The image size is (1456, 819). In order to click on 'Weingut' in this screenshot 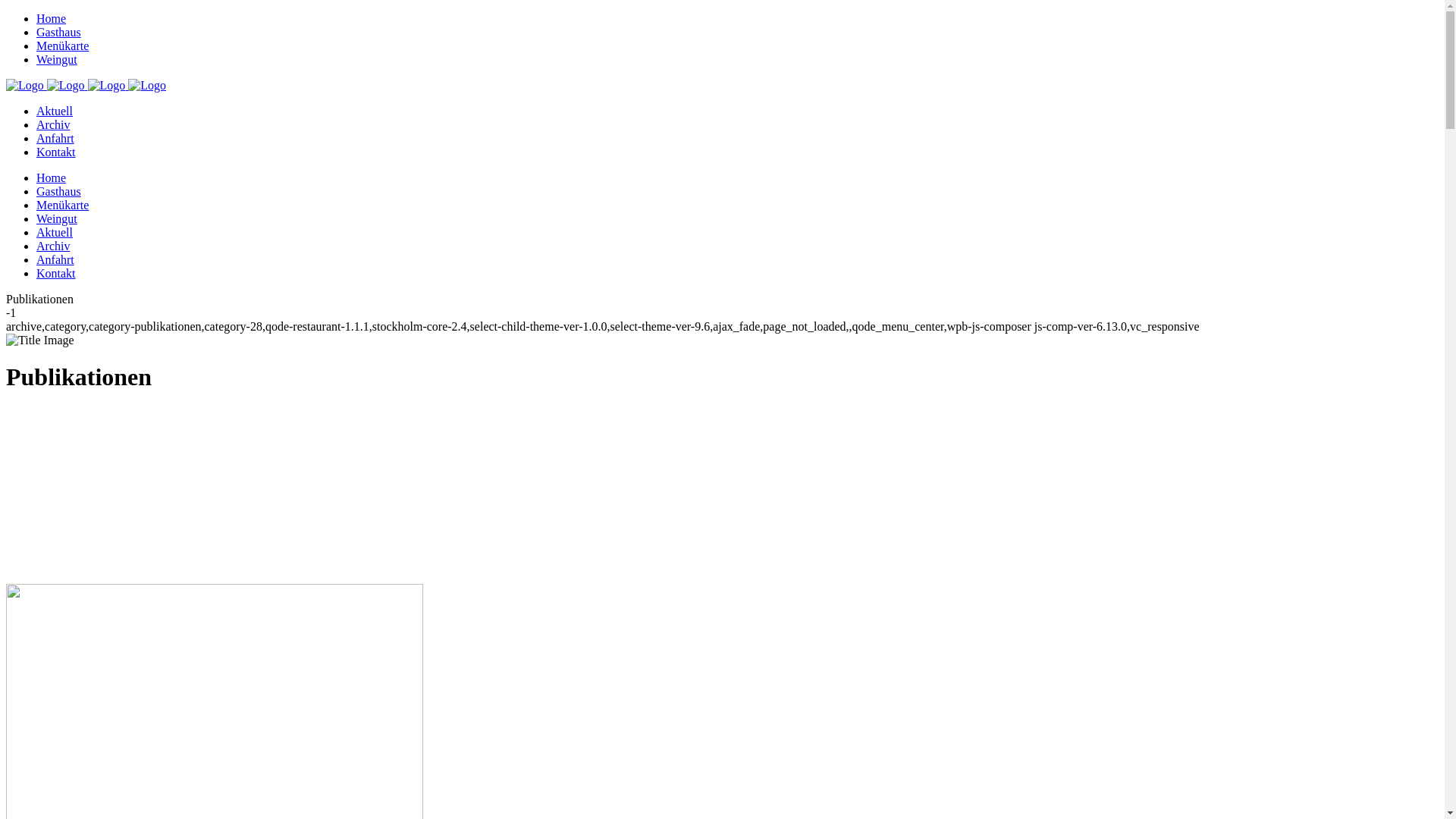, I will do `click(36, 58)`.